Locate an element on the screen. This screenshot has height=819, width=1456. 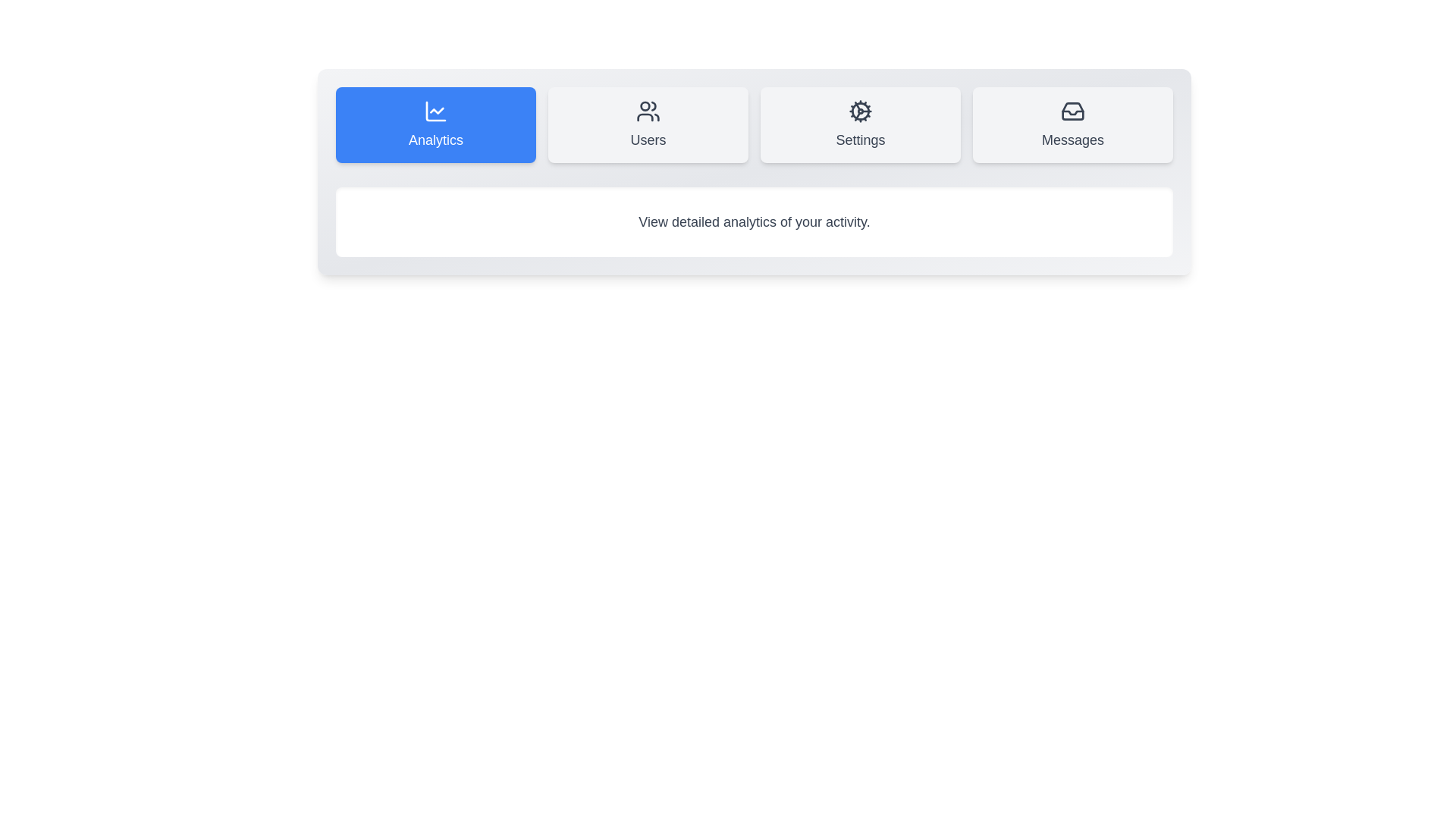
the Analytics tab to switch the active section is located at coordinates (435, 124).